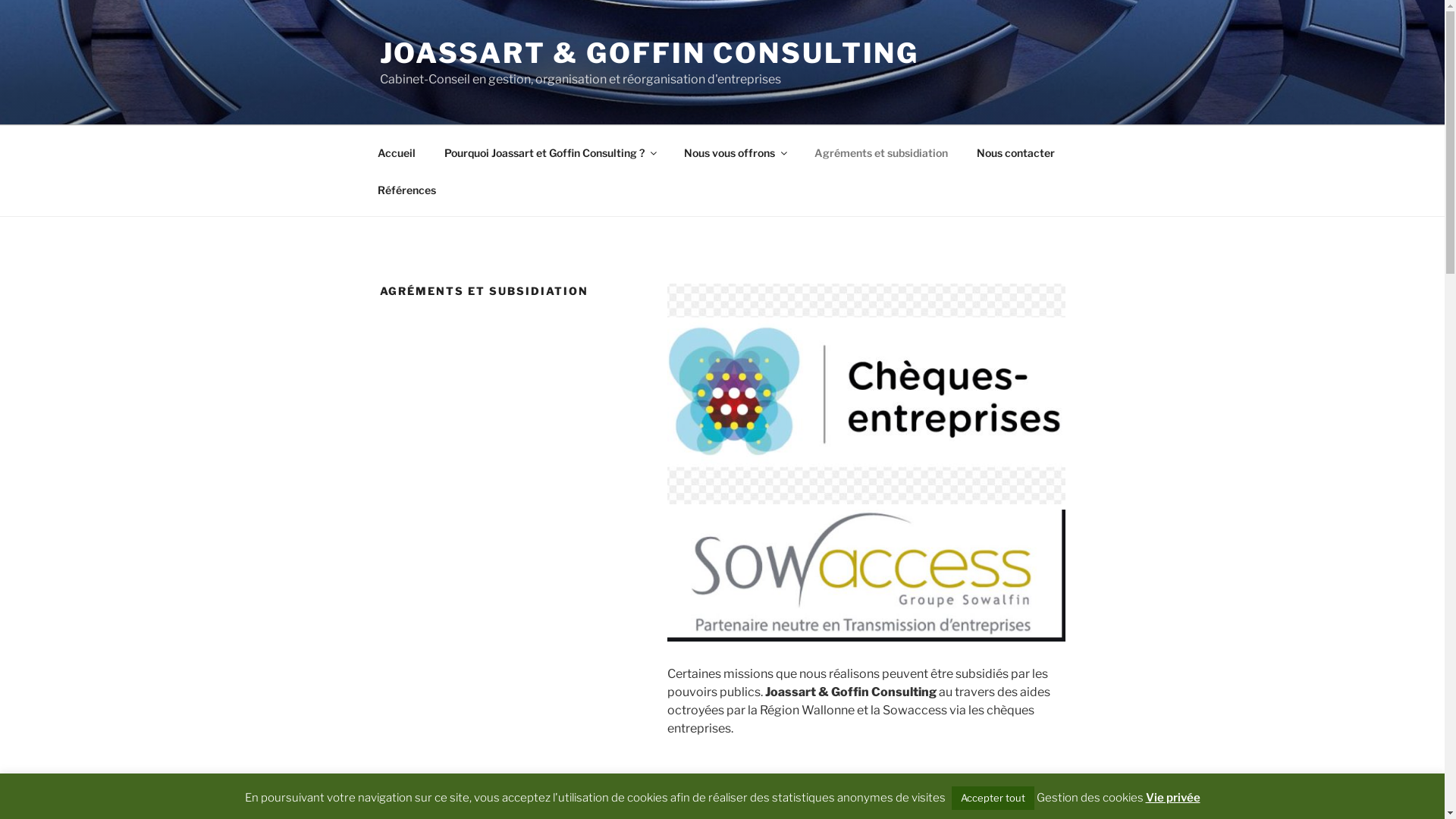 This screenshot has height=819, width=1456. What do you see at coordinates (1088, 797) in the screenshot?
I see `'Gestion des cookies'` at bounding box center [1088, 797].